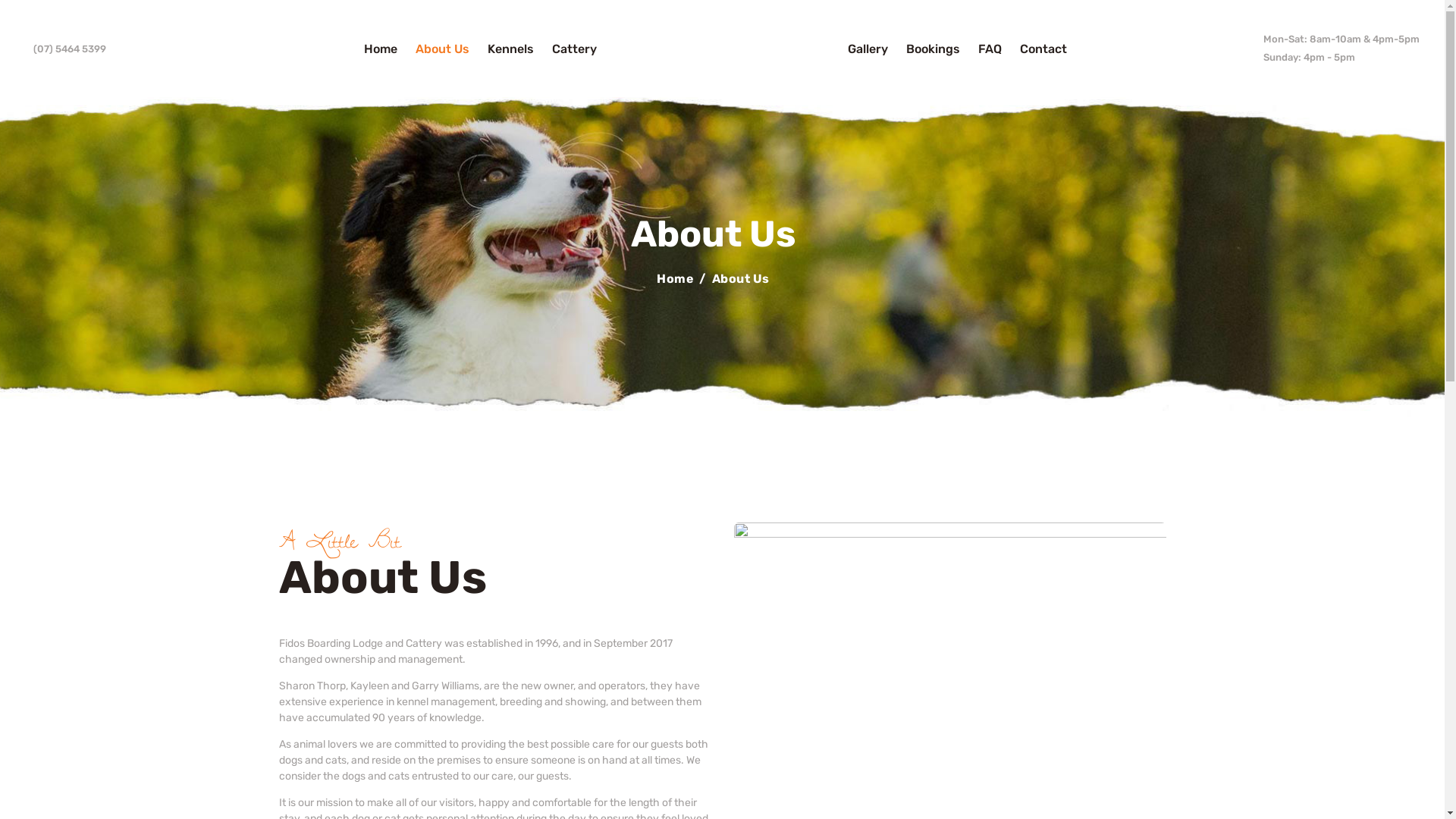 The image size is (1456, 819). Describe the element at coordinates (477, 48) in the screenshot. I see `'Kennels'` at that location.